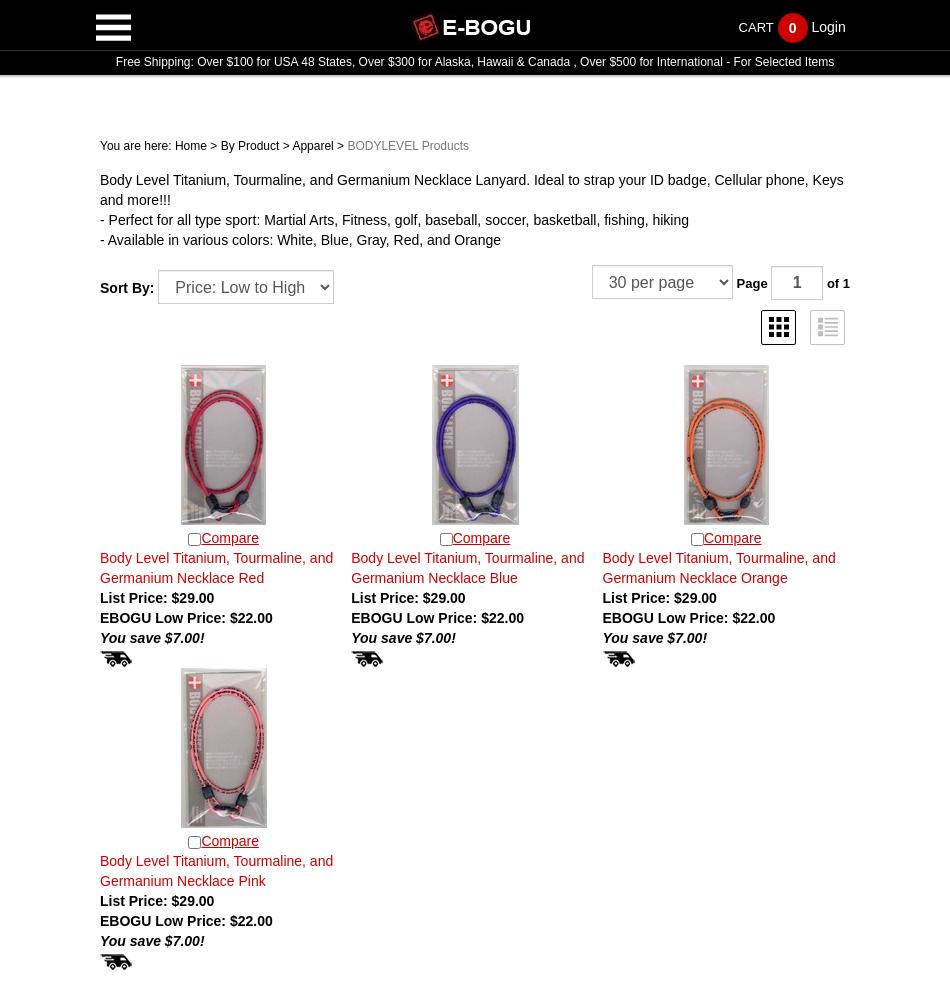 The height and width of the screenshot is (1000, 950). I want to click on 'of 1', so click(835, 282).